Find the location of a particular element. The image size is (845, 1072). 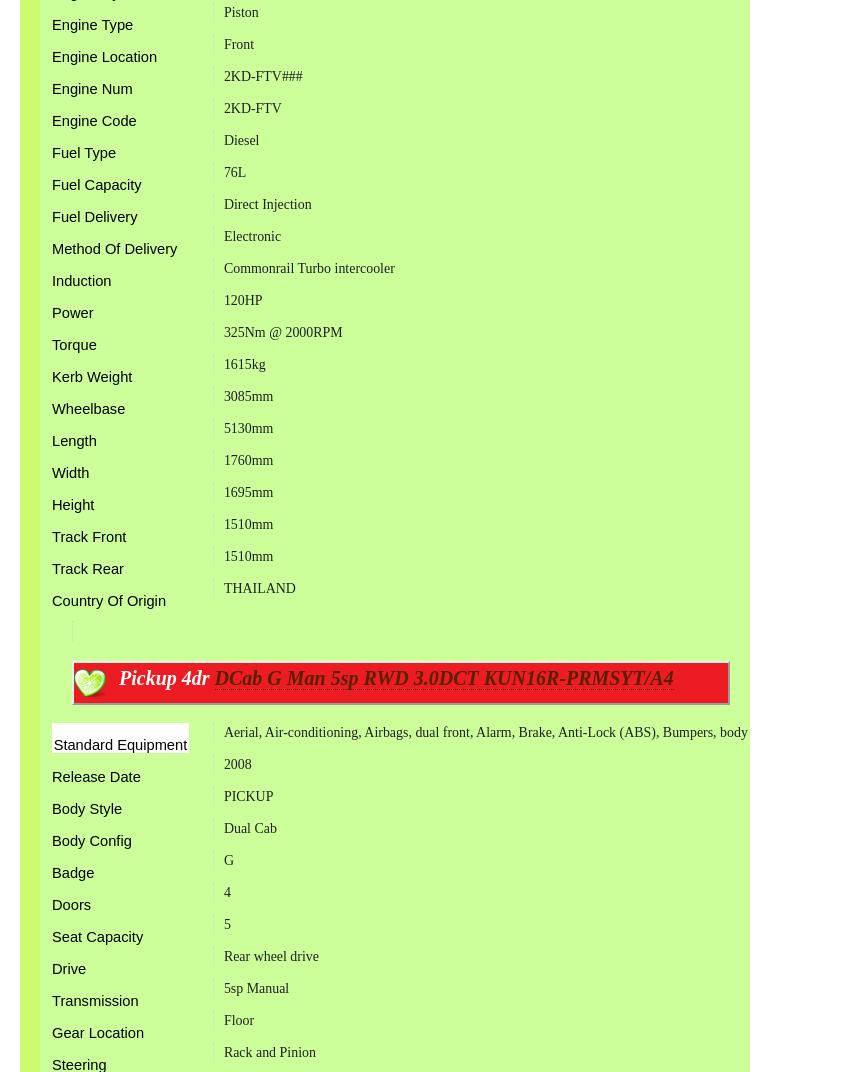

'4' is located at coordinates (221, 892).